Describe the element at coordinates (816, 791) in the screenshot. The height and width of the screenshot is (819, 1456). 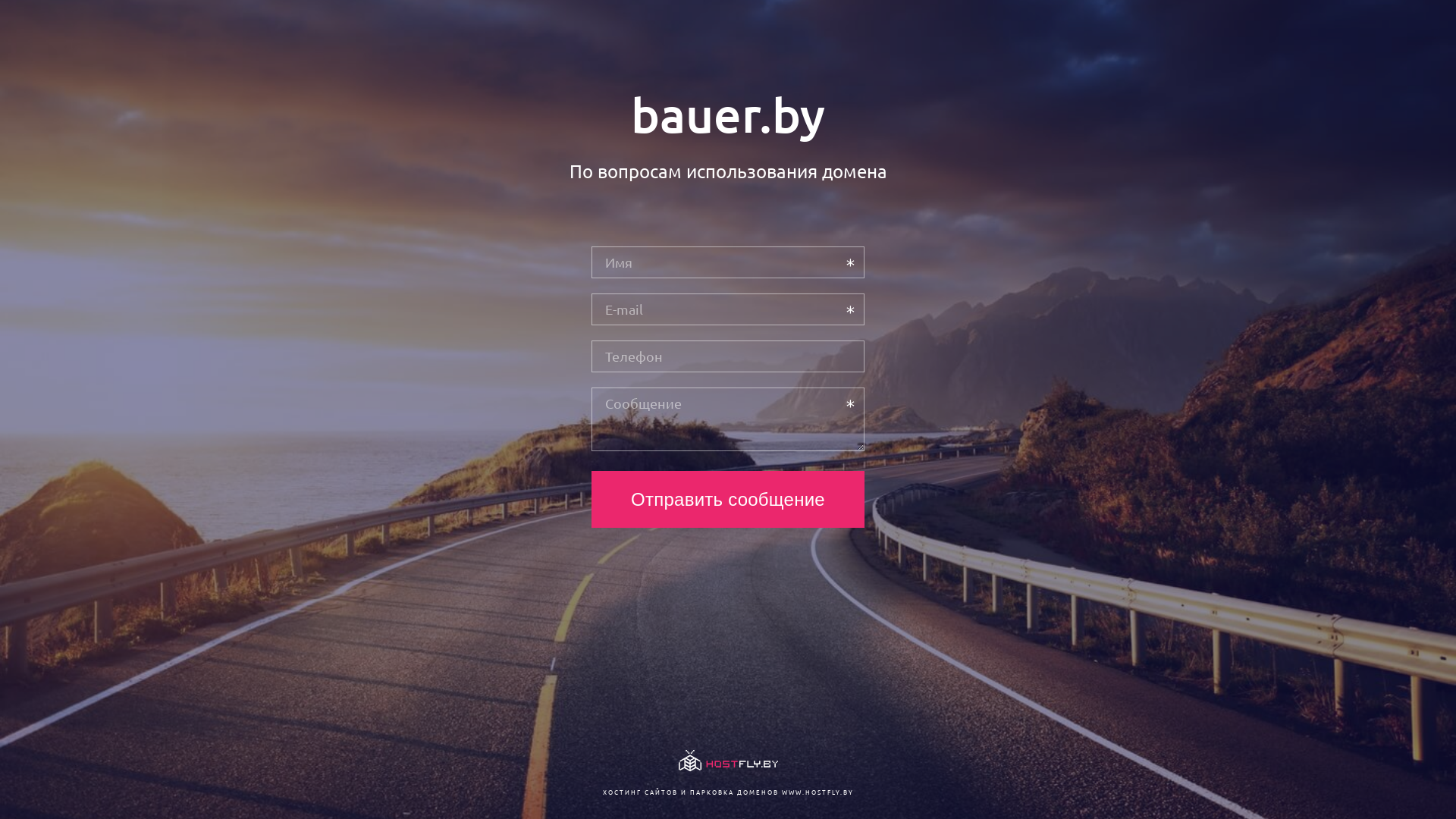
I see `'WWW.HOSTFLY.BY'` at that location.